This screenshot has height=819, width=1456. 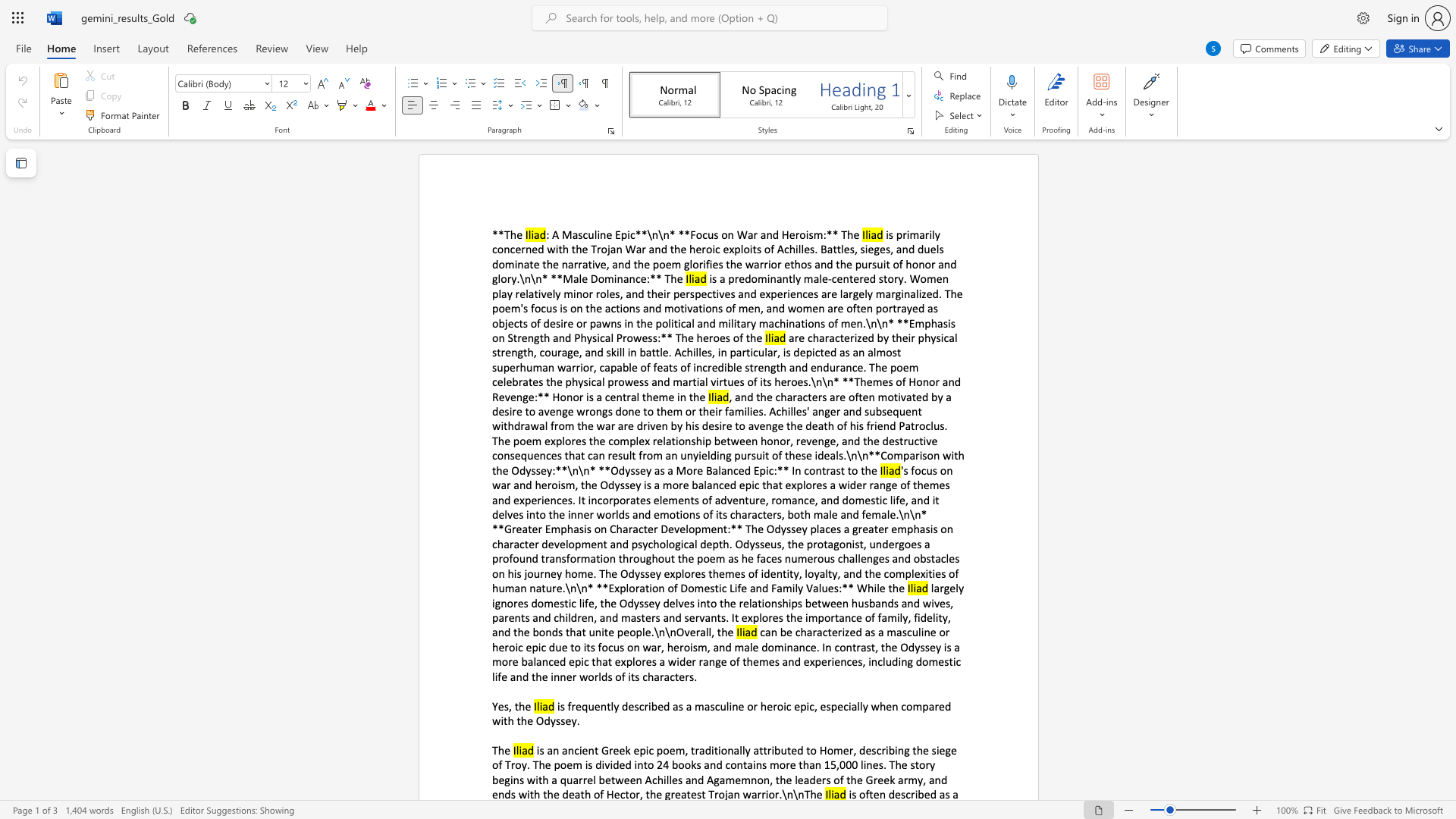 I want to click on the subset text "and endurance. The poem celebrates the physical prowess and martial virtues of its heroes.\n\n* **Themes of Honor and Revenge:**" within the text "are characterized by their physical strength, courage, and skill in battle. Achilles, in particular, is depicted as an almost superhuman warrior, capable of feats of incredible strength and endurance. The poem celebrates the physical prowess and martial virtues of its heroes.\n\n* **Themes of Honor and Revenge:** Honor is a central theme in the", so click(x=789, y=367).